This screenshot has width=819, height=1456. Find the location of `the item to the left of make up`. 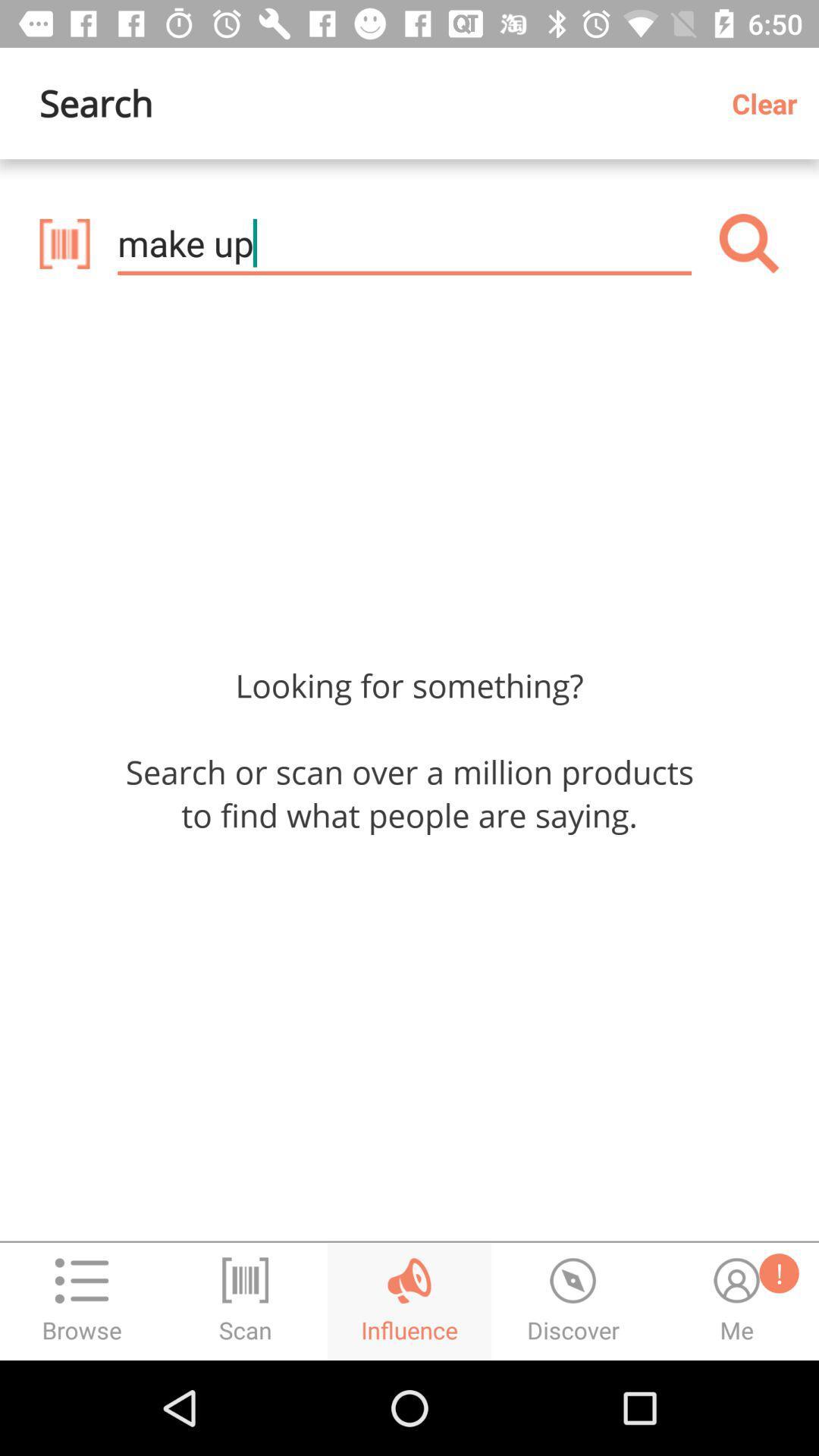

the item to the left of make up is located at coordinates (64, 243).